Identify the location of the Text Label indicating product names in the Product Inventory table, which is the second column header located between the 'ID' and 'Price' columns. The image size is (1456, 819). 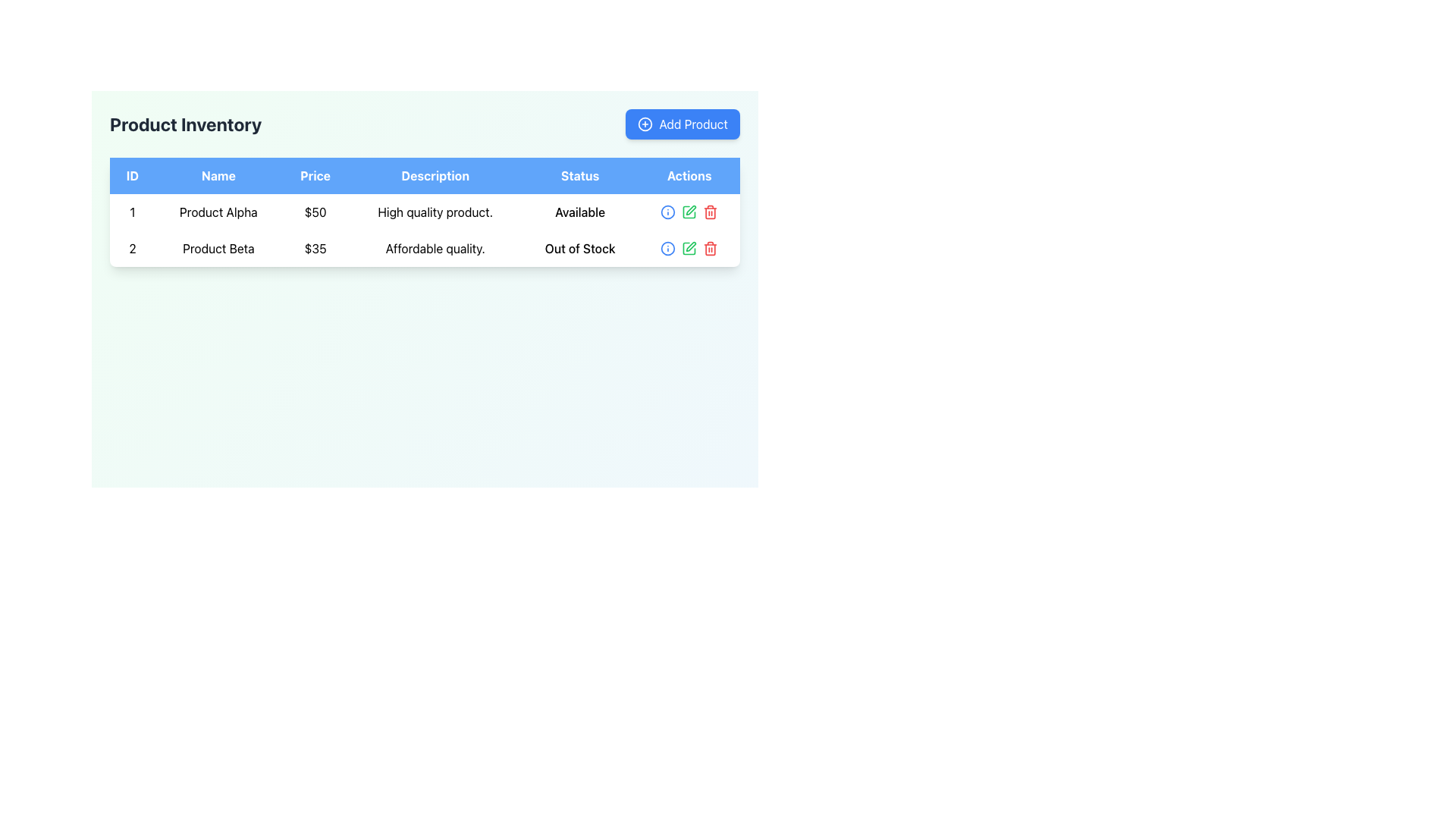
(218, 174).